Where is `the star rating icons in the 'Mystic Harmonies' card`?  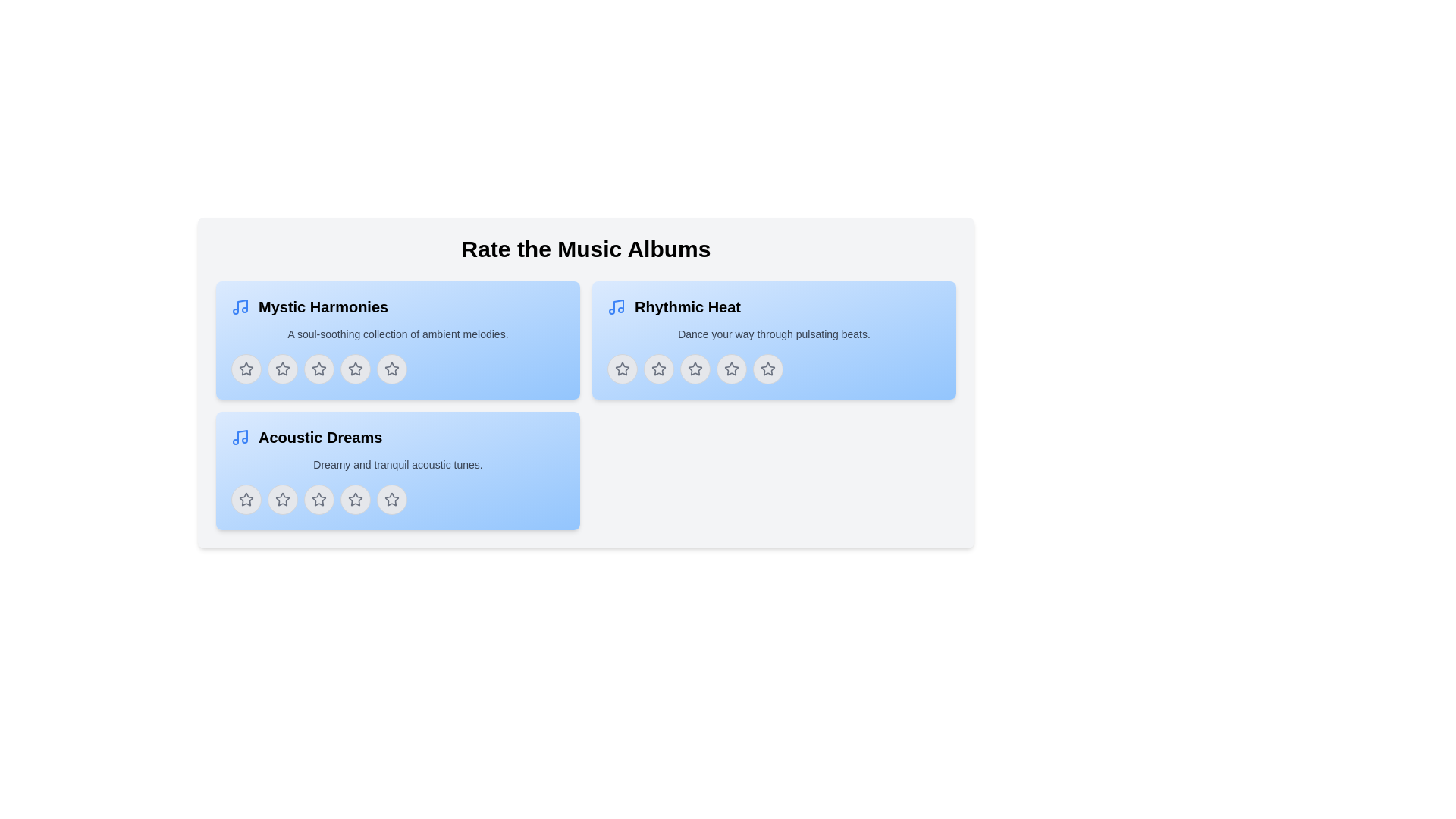 the star rating icons in the 'Mystic Harmonies' card is located at coordinates (397, 339).